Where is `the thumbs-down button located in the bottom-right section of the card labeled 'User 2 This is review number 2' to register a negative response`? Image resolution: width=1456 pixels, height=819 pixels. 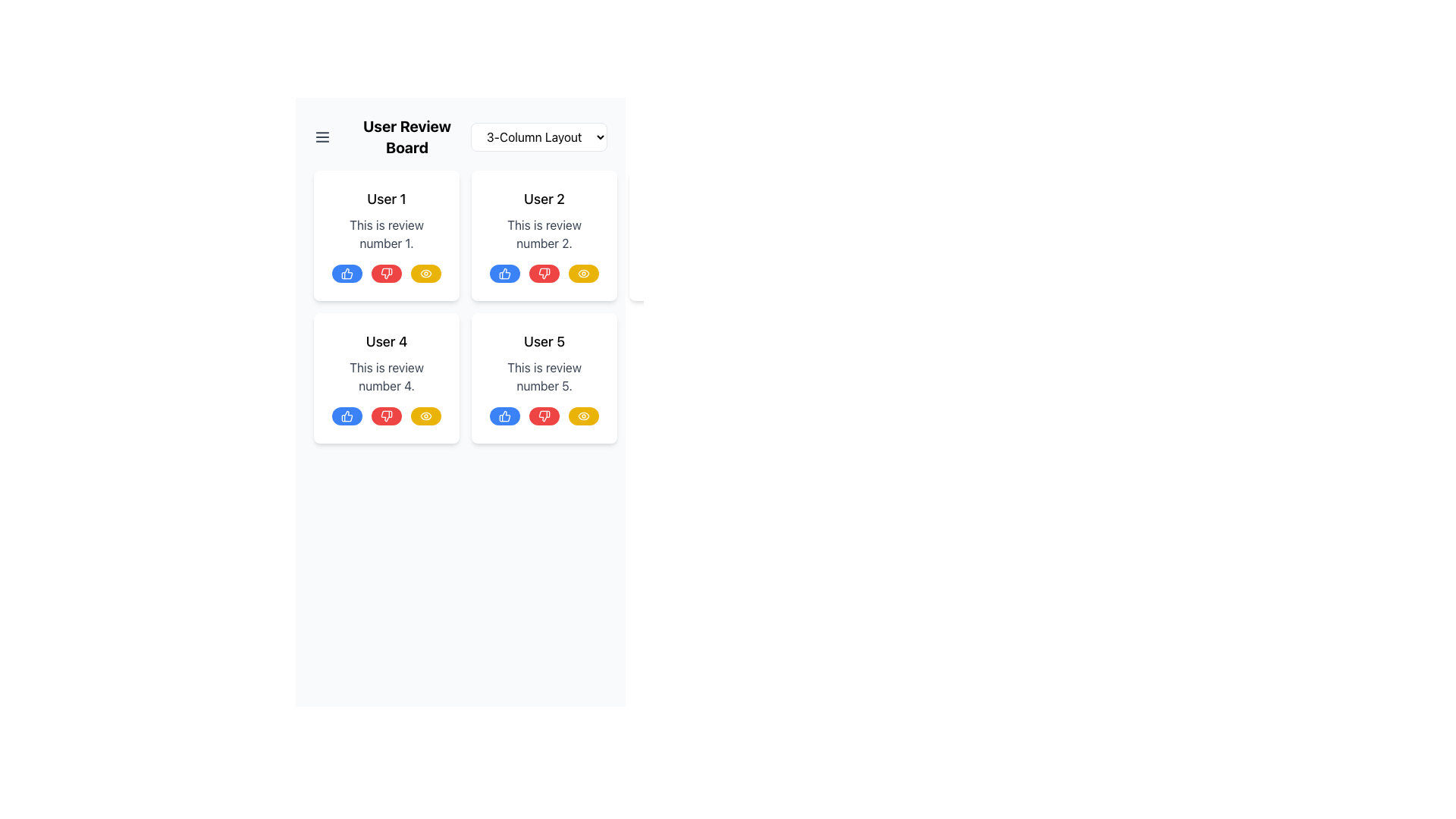
the thumbs-down button located in the bottom-right section of the card labeled 'User 2 This is review number 2' to register a negative response is located at coordinates (544, 274).